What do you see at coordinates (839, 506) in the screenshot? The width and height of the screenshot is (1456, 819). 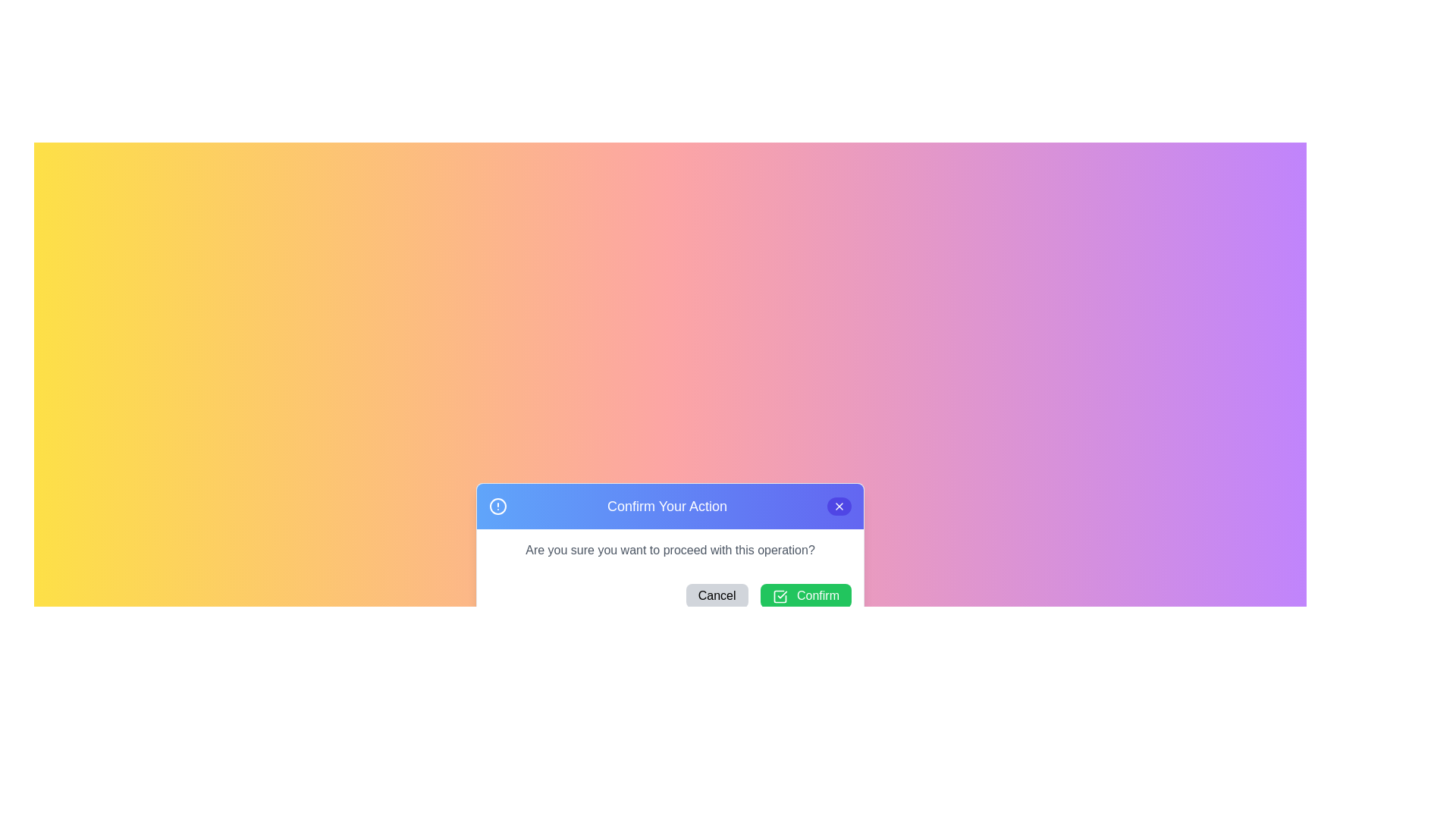 I see `the close button styled as an 'X' shape located at the top-right corner of the modal window` at bounding box center [839, 506].